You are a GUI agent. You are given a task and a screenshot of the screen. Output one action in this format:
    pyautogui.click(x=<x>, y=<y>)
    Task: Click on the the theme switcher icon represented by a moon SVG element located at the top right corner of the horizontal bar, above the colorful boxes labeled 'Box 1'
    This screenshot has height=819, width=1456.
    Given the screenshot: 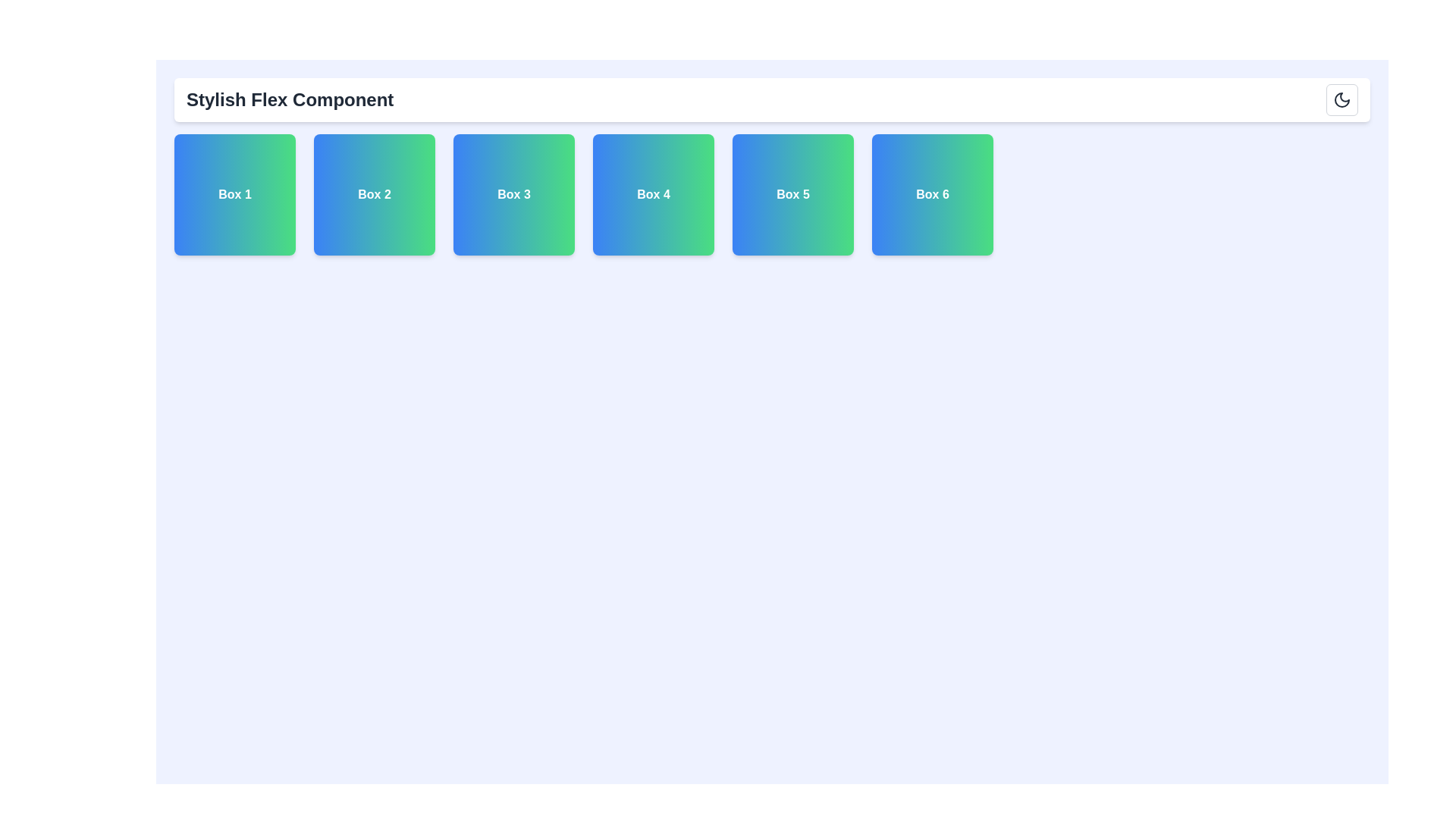 What is the action you would take?
    pyautogui.click(x=1342, y=99)
    